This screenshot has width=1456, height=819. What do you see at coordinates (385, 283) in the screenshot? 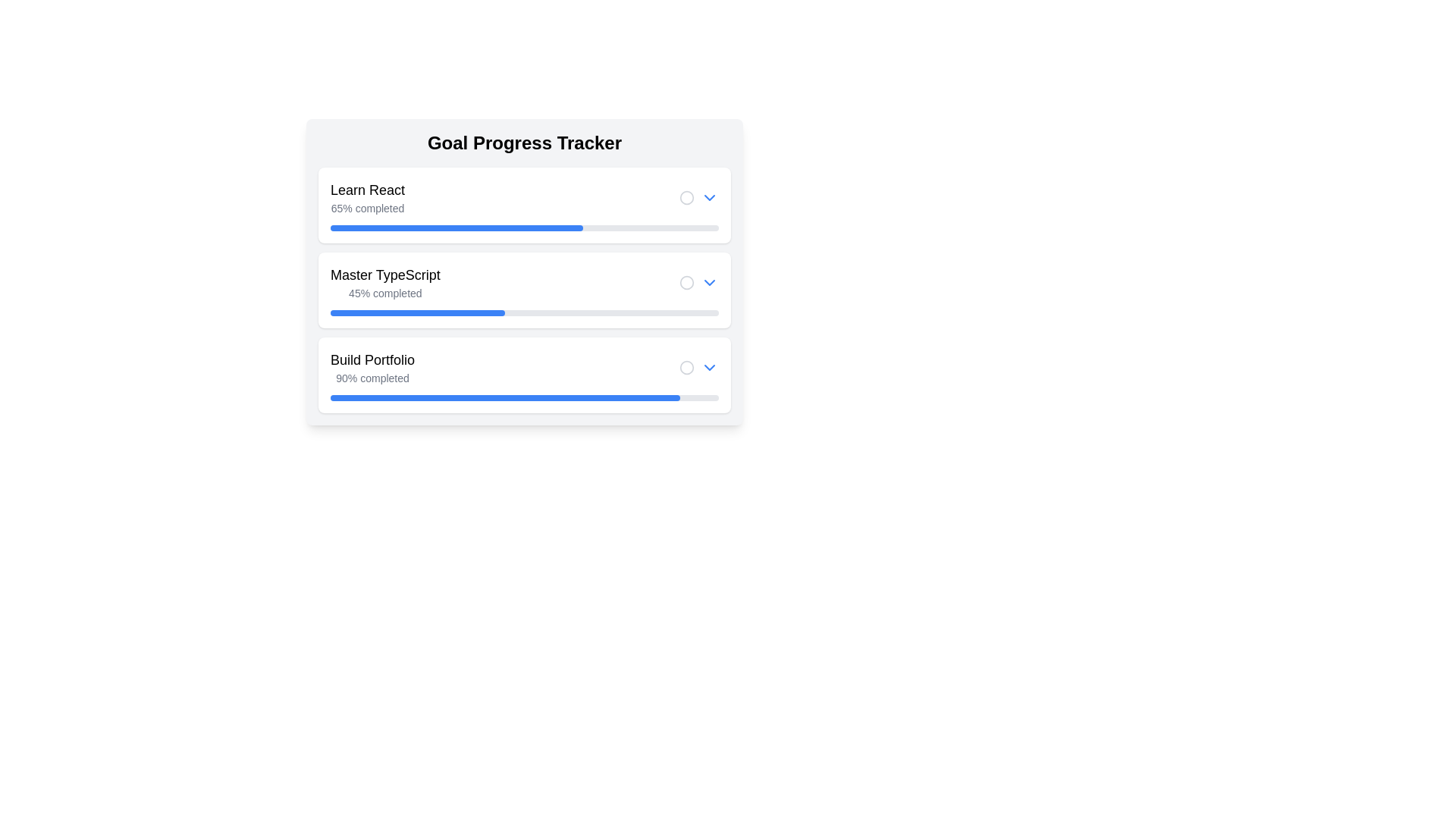
I see `the Text display element that shows the title 'Master TypeScript' and its completion percentage, located in the second progress block below the 'Goal Progress Tracker'` at bounding box center [385, 283].